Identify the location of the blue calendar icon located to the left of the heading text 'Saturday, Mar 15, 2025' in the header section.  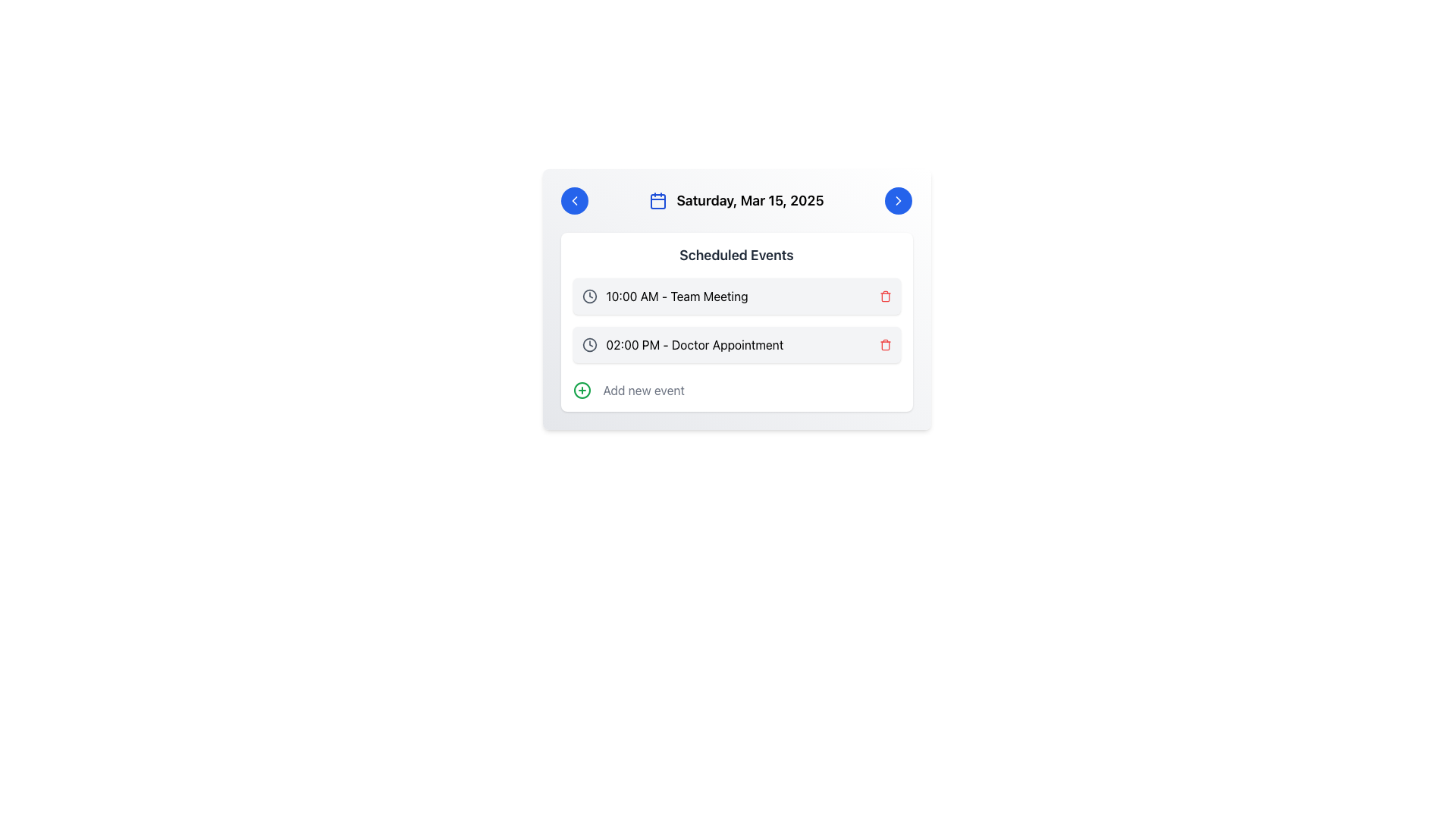
(658, 200).